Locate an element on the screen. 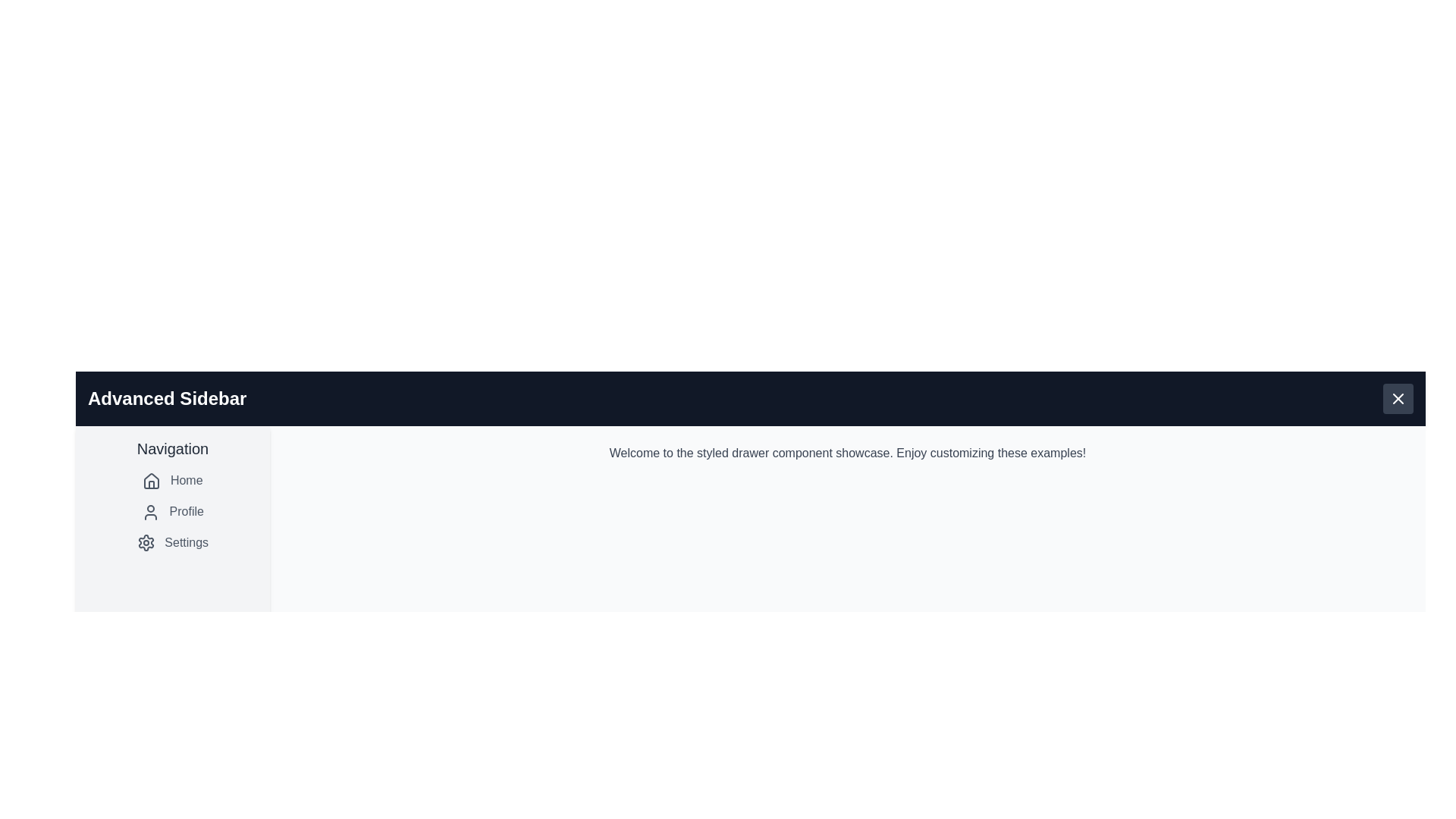  the 'Profile' link in the sidebar navigation menu is located at coordinates (172, 512).